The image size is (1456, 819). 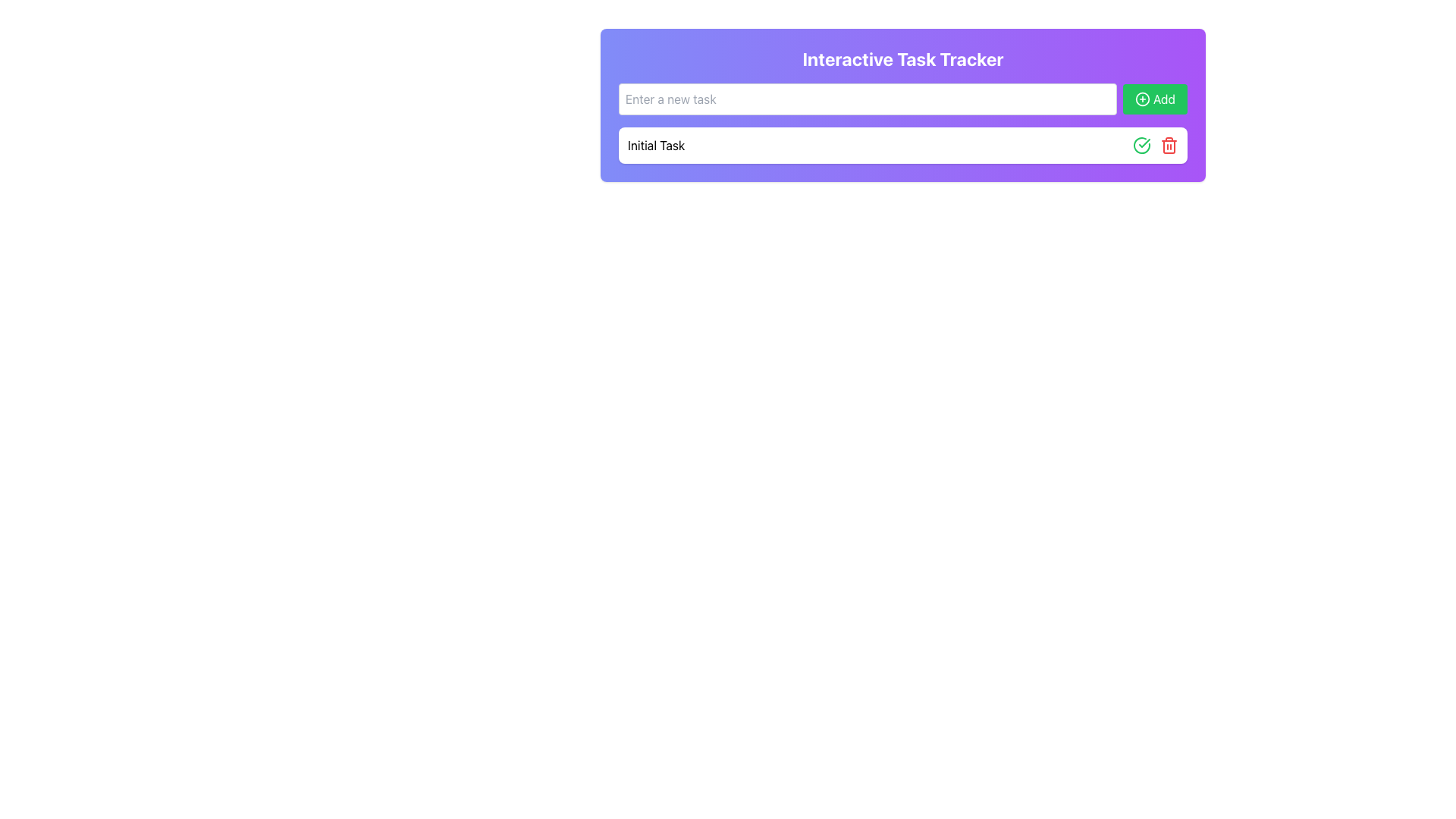 I want to click on the green checkmark button located within the action buttons group in the task management interface to mark the task as complete, so click(x=1154, y=146).